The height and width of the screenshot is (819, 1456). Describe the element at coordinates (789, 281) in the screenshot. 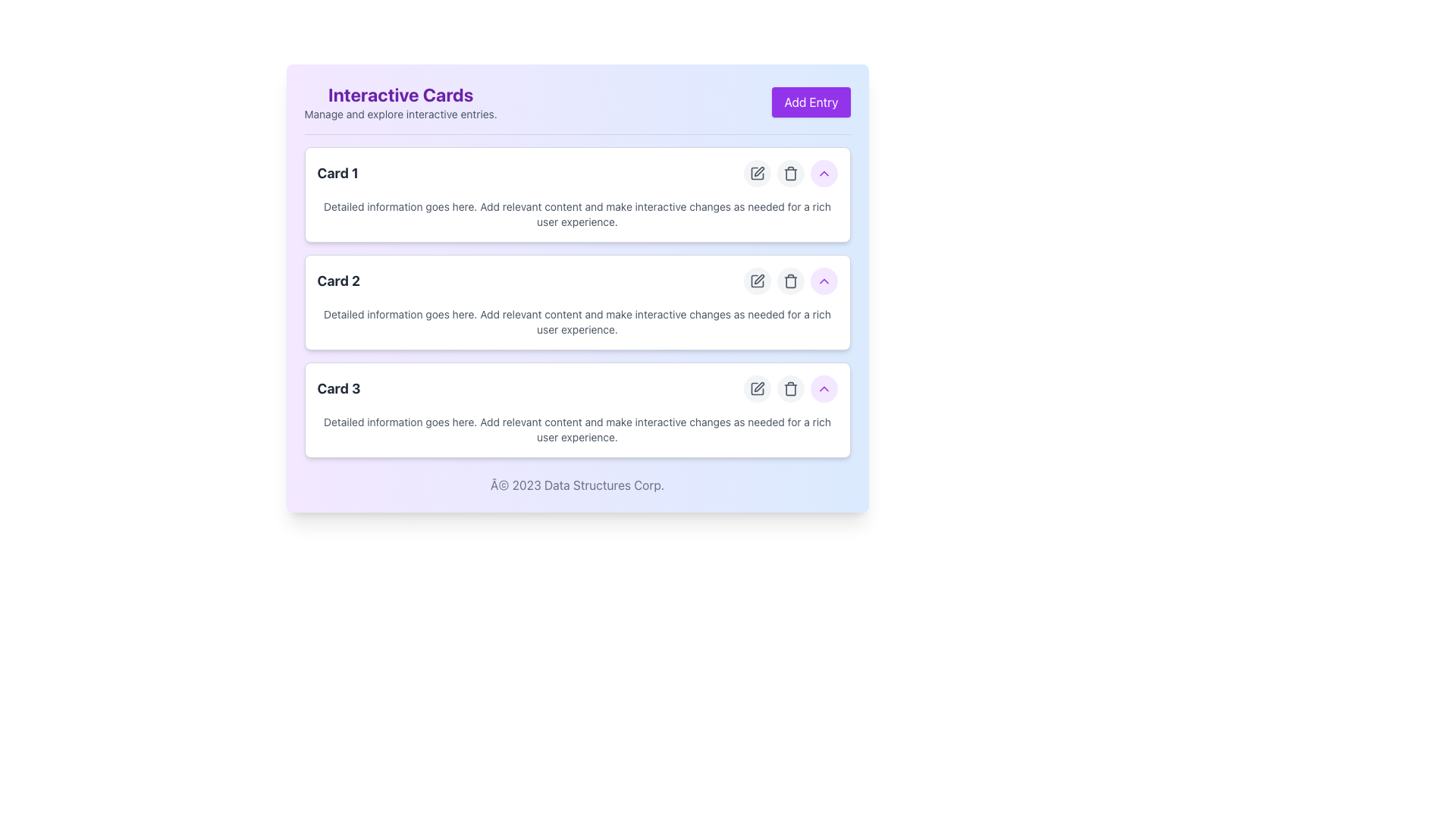

I see `the gray trash icon located in the top-right corner of the second card` at that location.